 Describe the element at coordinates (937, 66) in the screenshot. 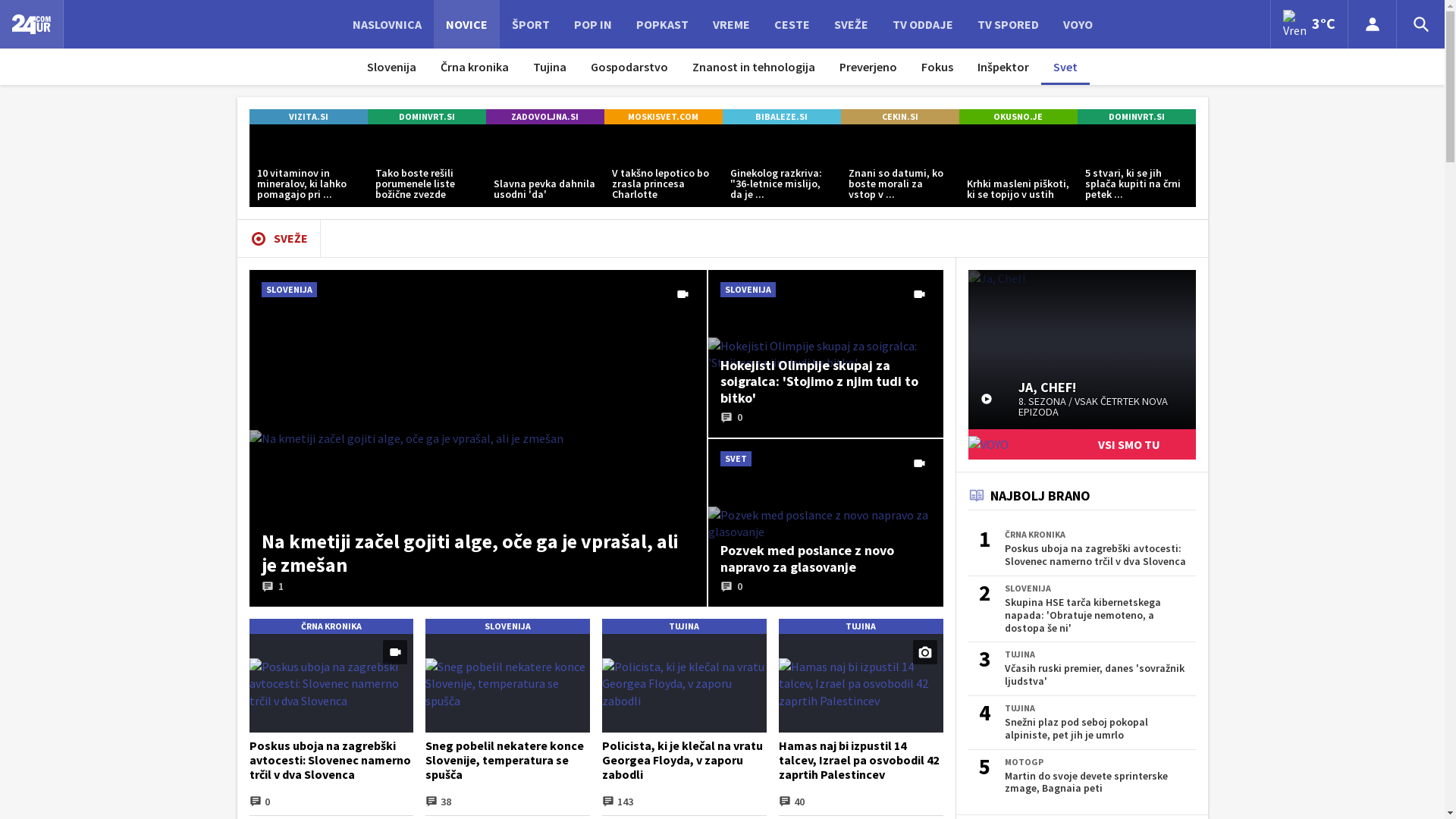

I see `'Fokus'` at that location.